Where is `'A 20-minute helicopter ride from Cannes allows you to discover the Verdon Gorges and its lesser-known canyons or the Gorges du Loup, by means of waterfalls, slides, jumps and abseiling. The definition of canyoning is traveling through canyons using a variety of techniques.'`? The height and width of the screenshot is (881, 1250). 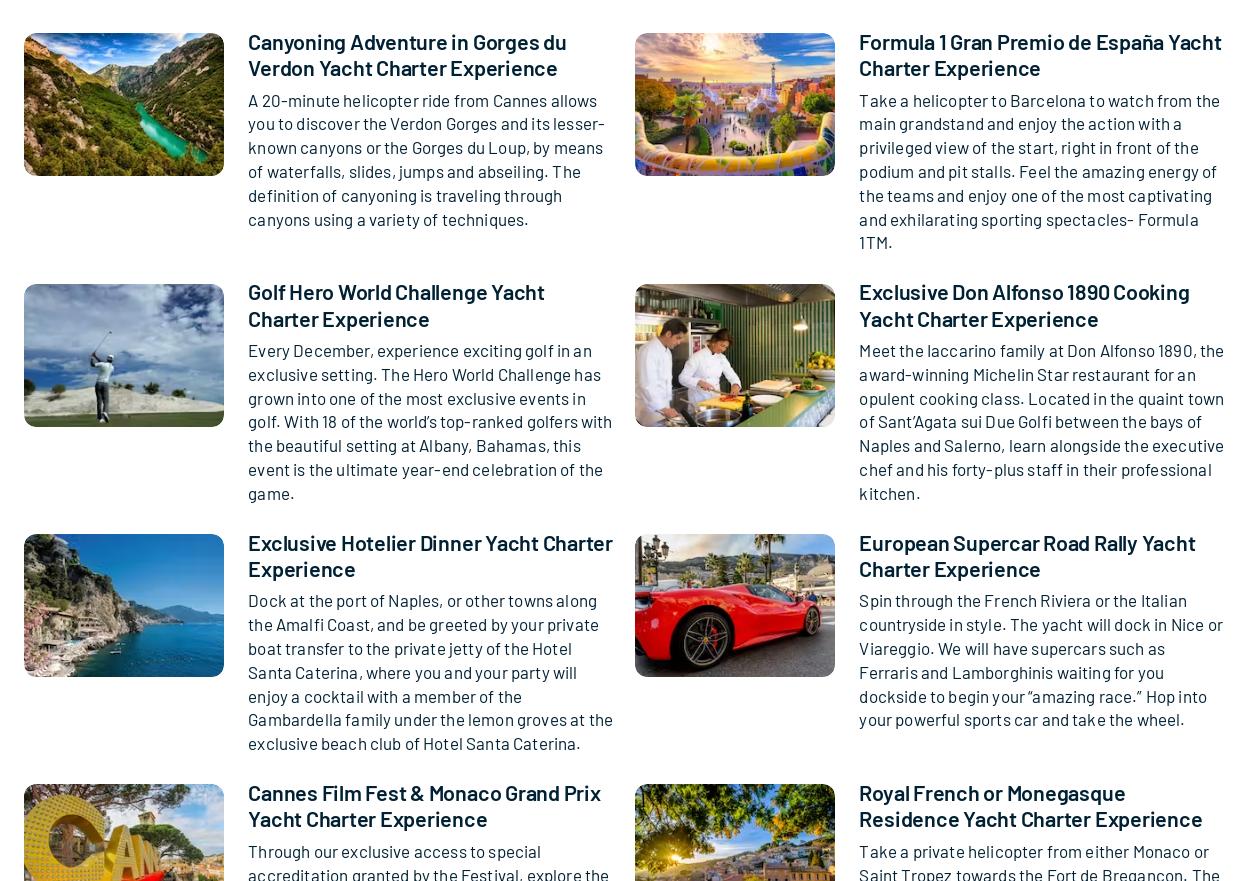 'A 20-minute helicopter ride from Cannes allows you to discover the Verdon Gorges and its lesser-known canyons or the Gorges du Loup, by means of waterfalls, slides, jumps and abseiling. The definition of canyoning is traveling through canyons using a variety of techniques.' is located at coordinates (426, 157).